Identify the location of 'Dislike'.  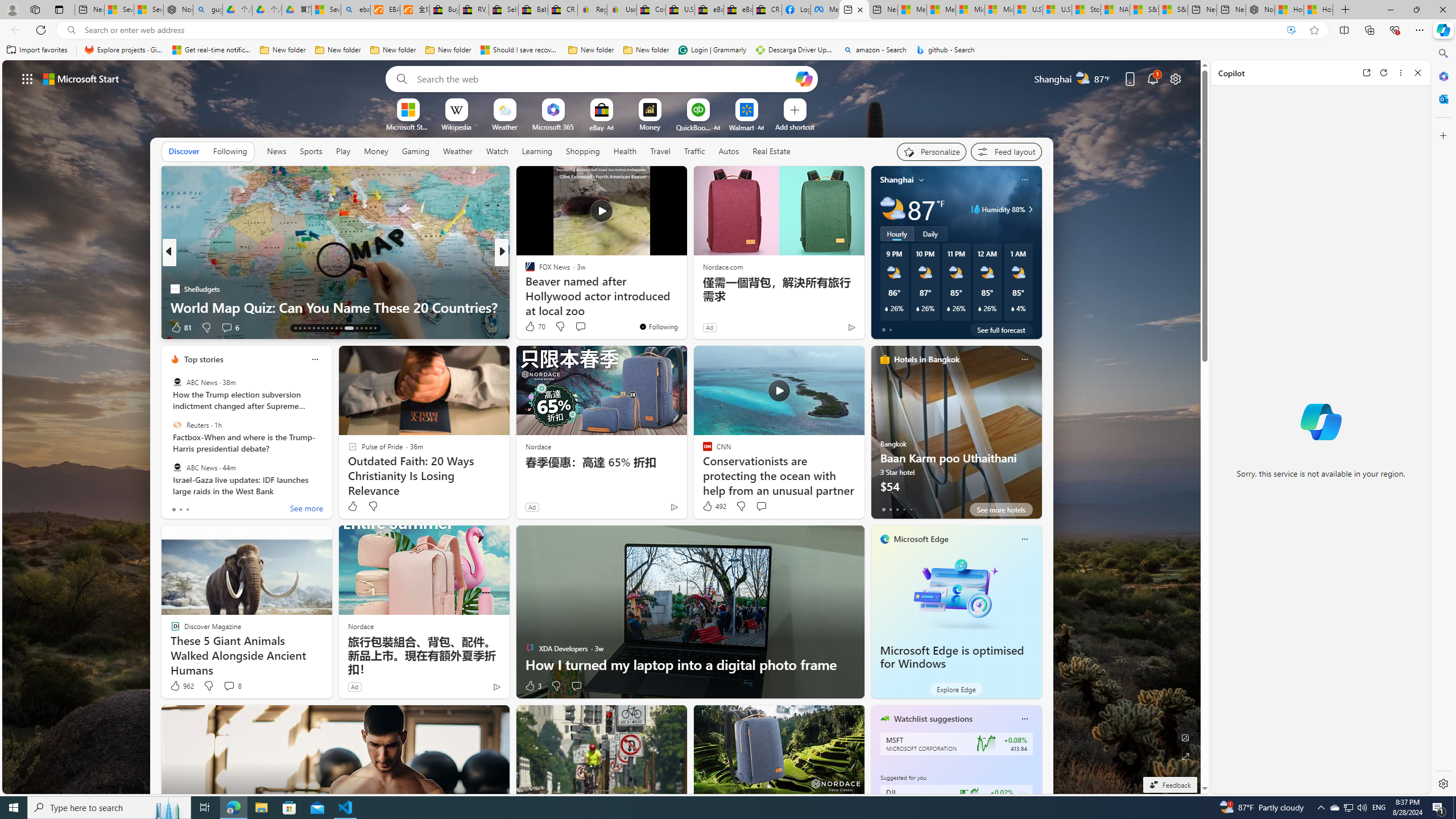
(556, 686).